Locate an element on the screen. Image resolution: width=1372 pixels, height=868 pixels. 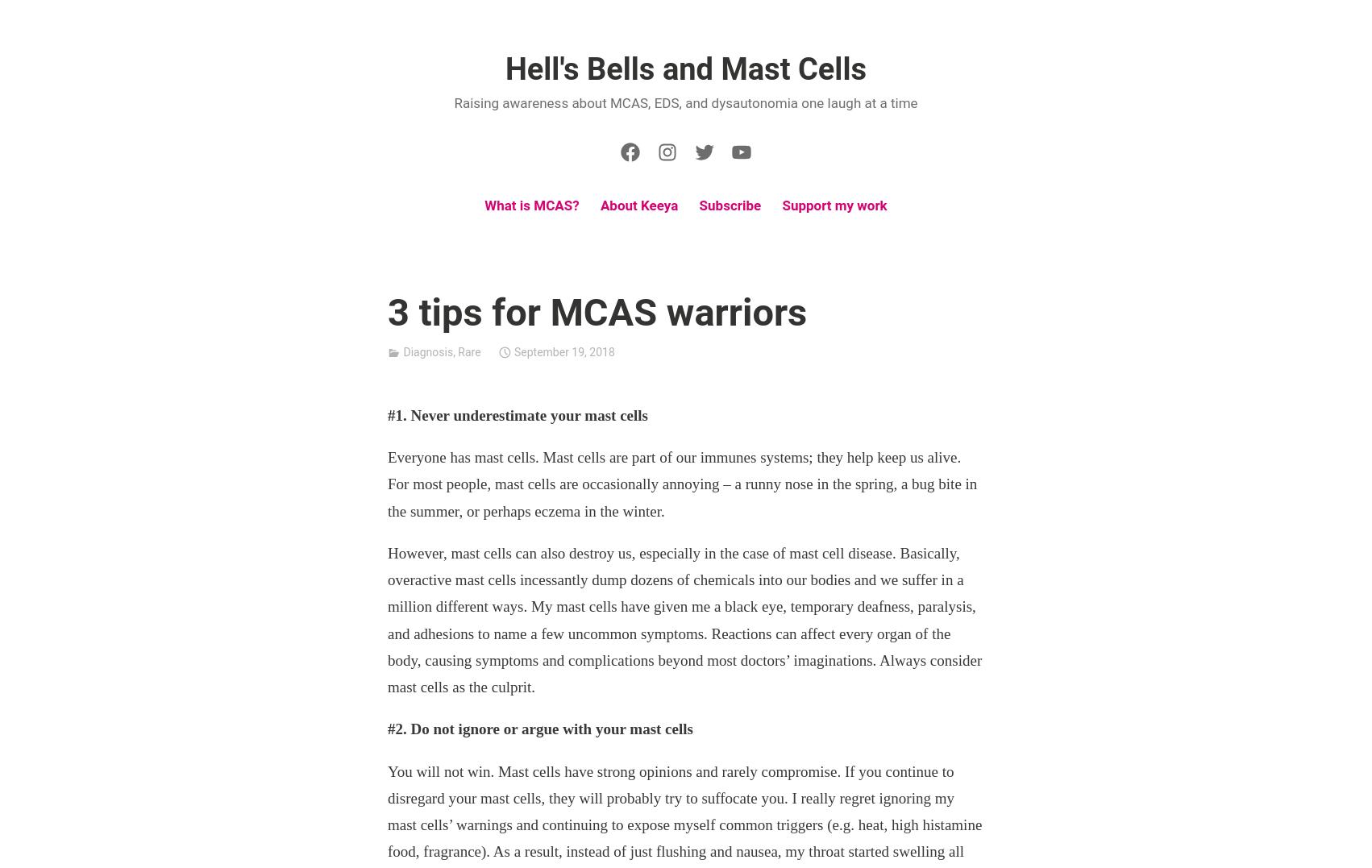
'#1. Never underestimate your mast cells' is located at coordinates (517, 413).